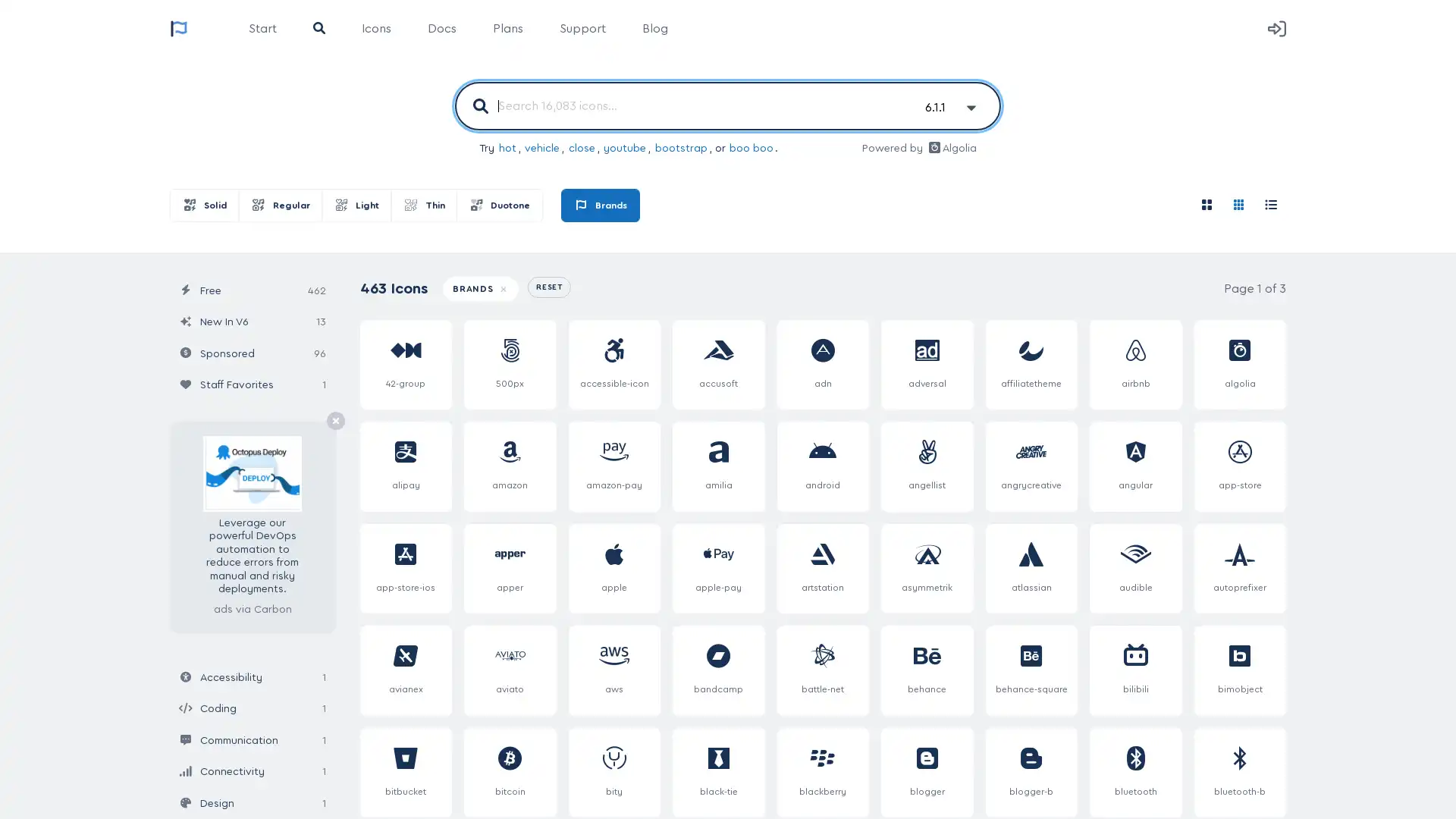  Describe the element at coordinates (510, 579) in the screenshot. I see `apper` at that location.